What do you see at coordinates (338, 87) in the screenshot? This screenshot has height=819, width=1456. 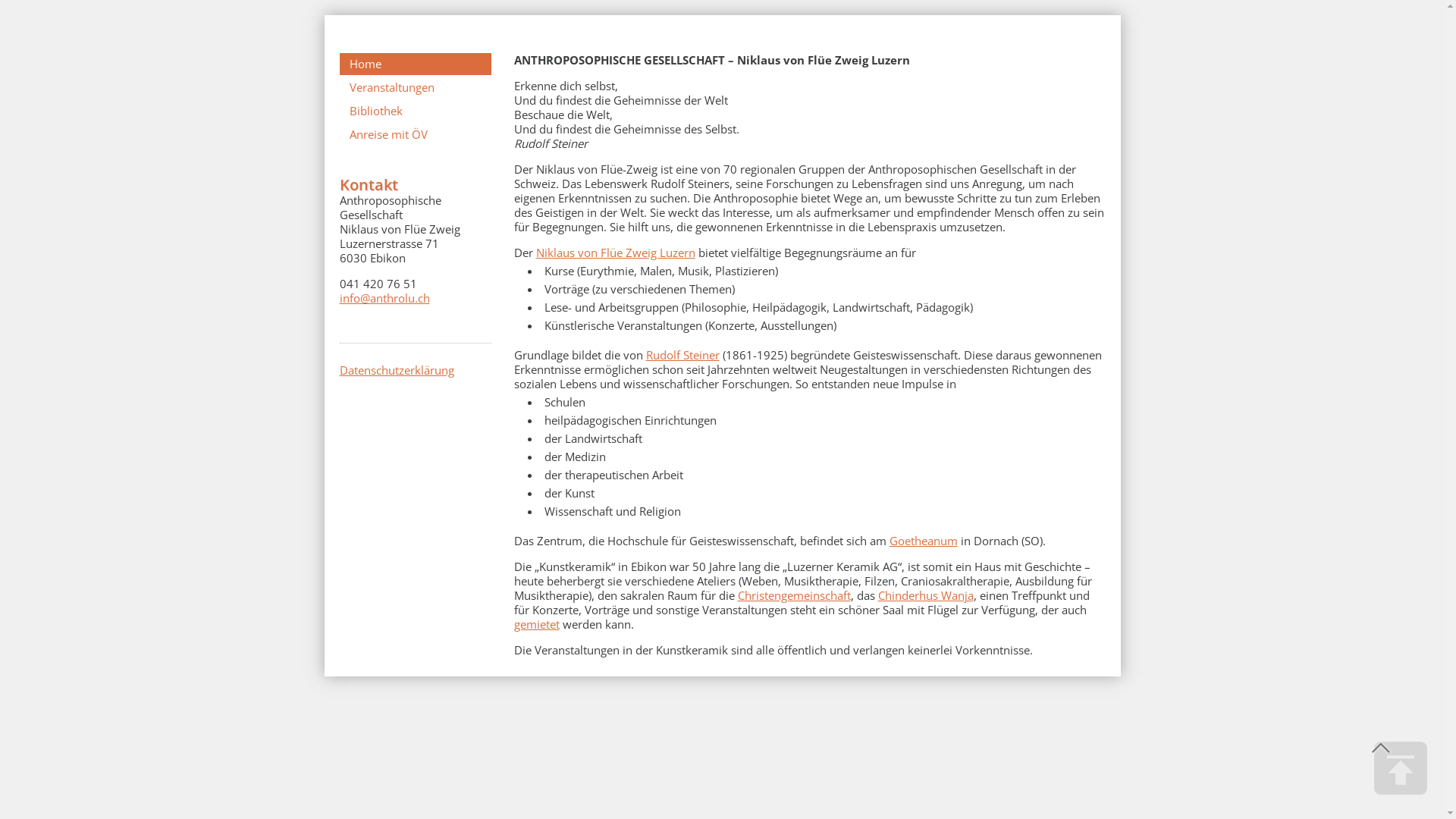 I see `'Veranstaltungen'` at bounding box center [338, 87].